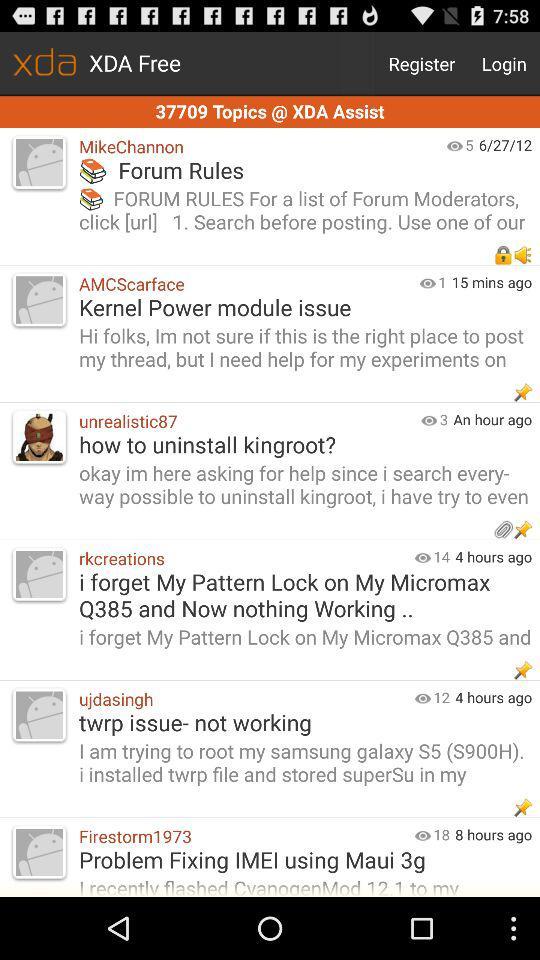 This screenshot has width=540, height=960. I want to click on problem fixing imei app, so click(303, 858).